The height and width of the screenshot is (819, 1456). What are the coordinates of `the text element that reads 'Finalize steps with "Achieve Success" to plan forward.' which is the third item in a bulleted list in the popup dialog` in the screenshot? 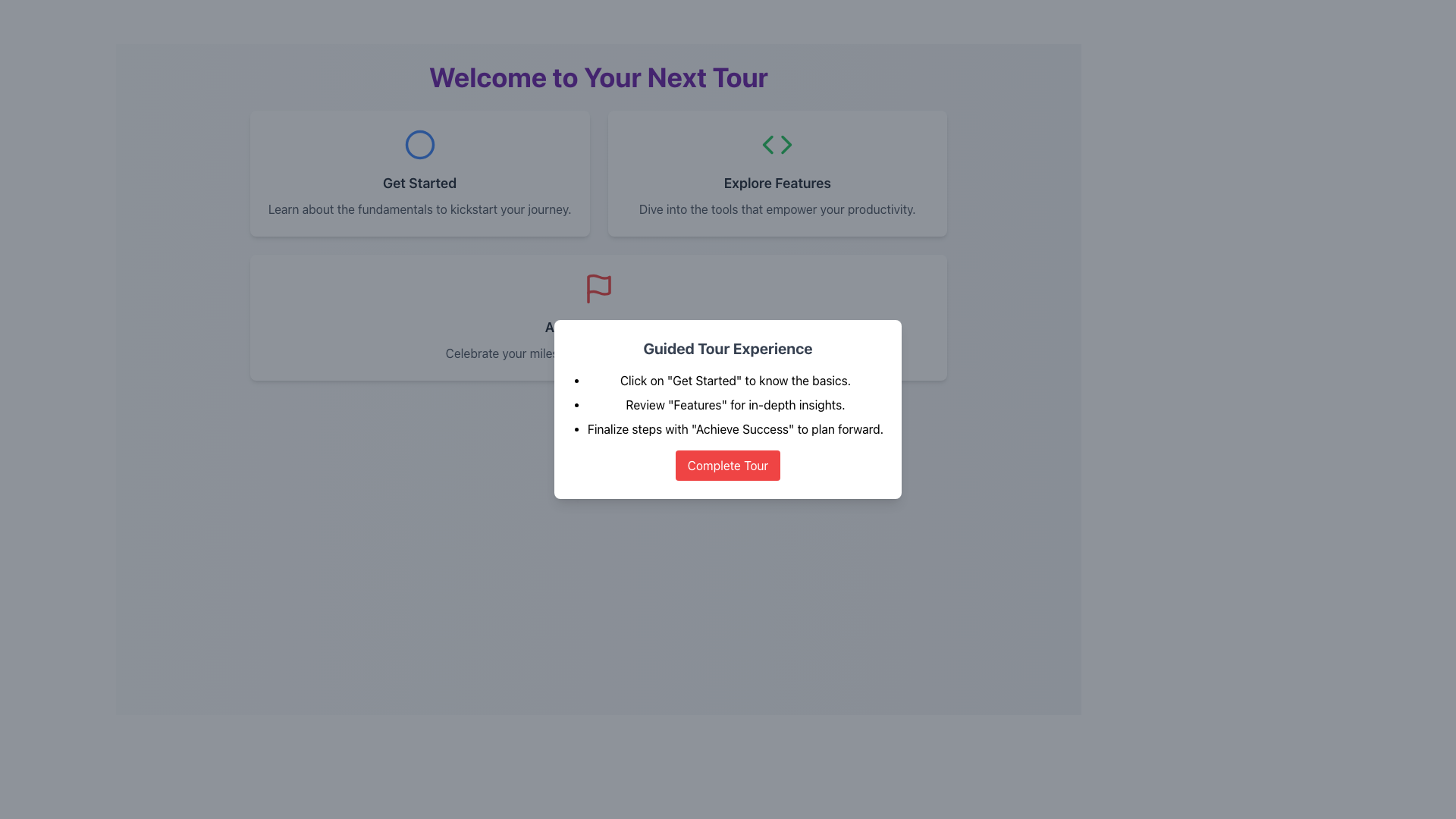 It's located at (735, 429).